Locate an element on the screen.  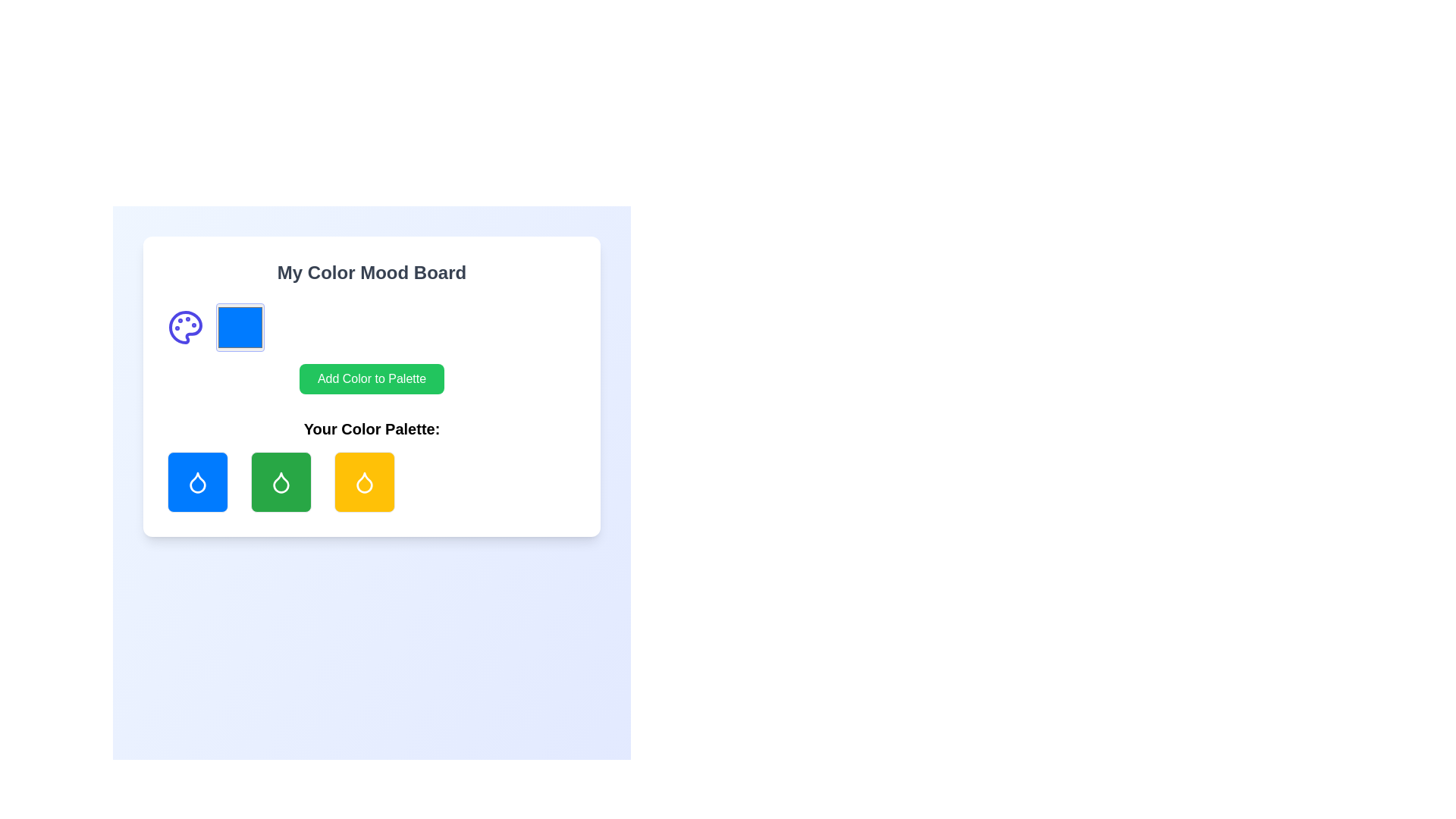
the green square-shaped button with a white droplet icon, located in the center of the bottom row of the 'Your Color Palette' card is located at coordinates (281, 482).